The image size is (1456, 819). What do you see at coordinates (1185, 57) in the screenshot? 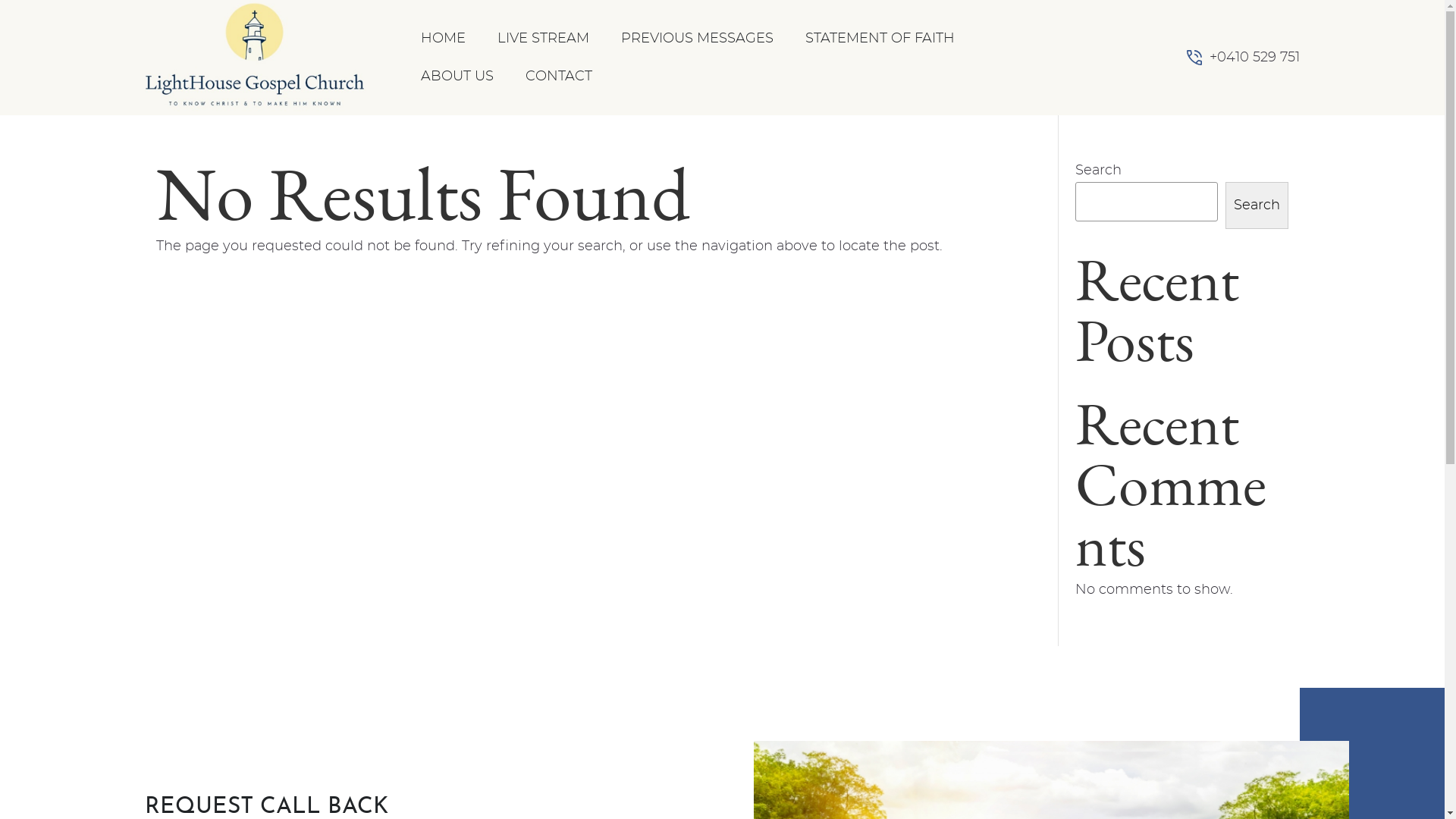
I see `'Phone Number'` at bounding box center [1185, 57].